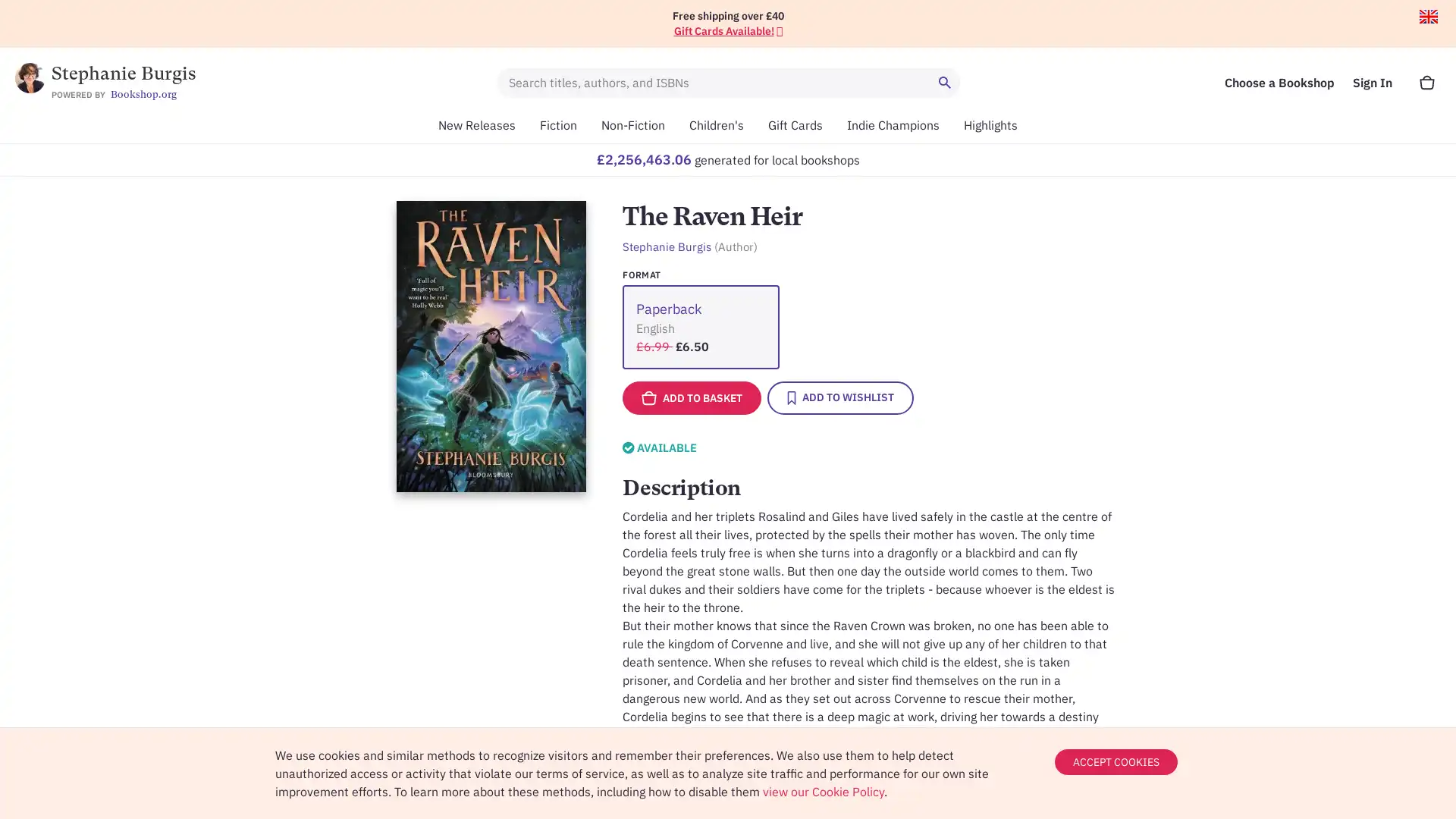 This screenshot has height=819, width=1456. Describe the element at coordinates (695, 397) in the screenshot. I see `ADD TO BASKET` at that location.